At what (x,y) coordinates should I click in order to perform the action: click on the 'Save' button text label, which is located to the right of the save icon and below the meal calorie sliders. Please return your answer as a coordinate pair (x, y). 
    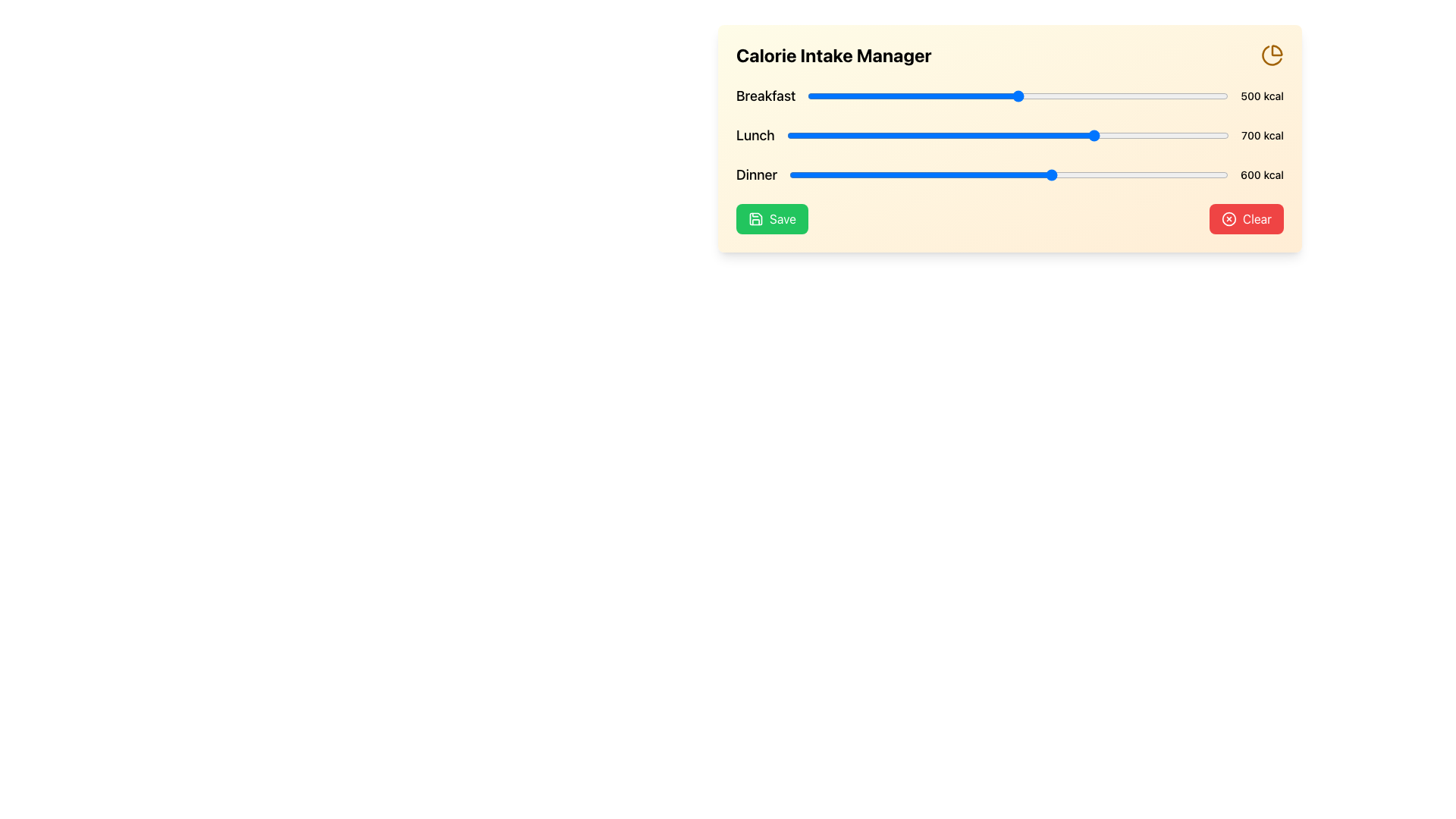
    Looking at the image, I should click on (783, 219).